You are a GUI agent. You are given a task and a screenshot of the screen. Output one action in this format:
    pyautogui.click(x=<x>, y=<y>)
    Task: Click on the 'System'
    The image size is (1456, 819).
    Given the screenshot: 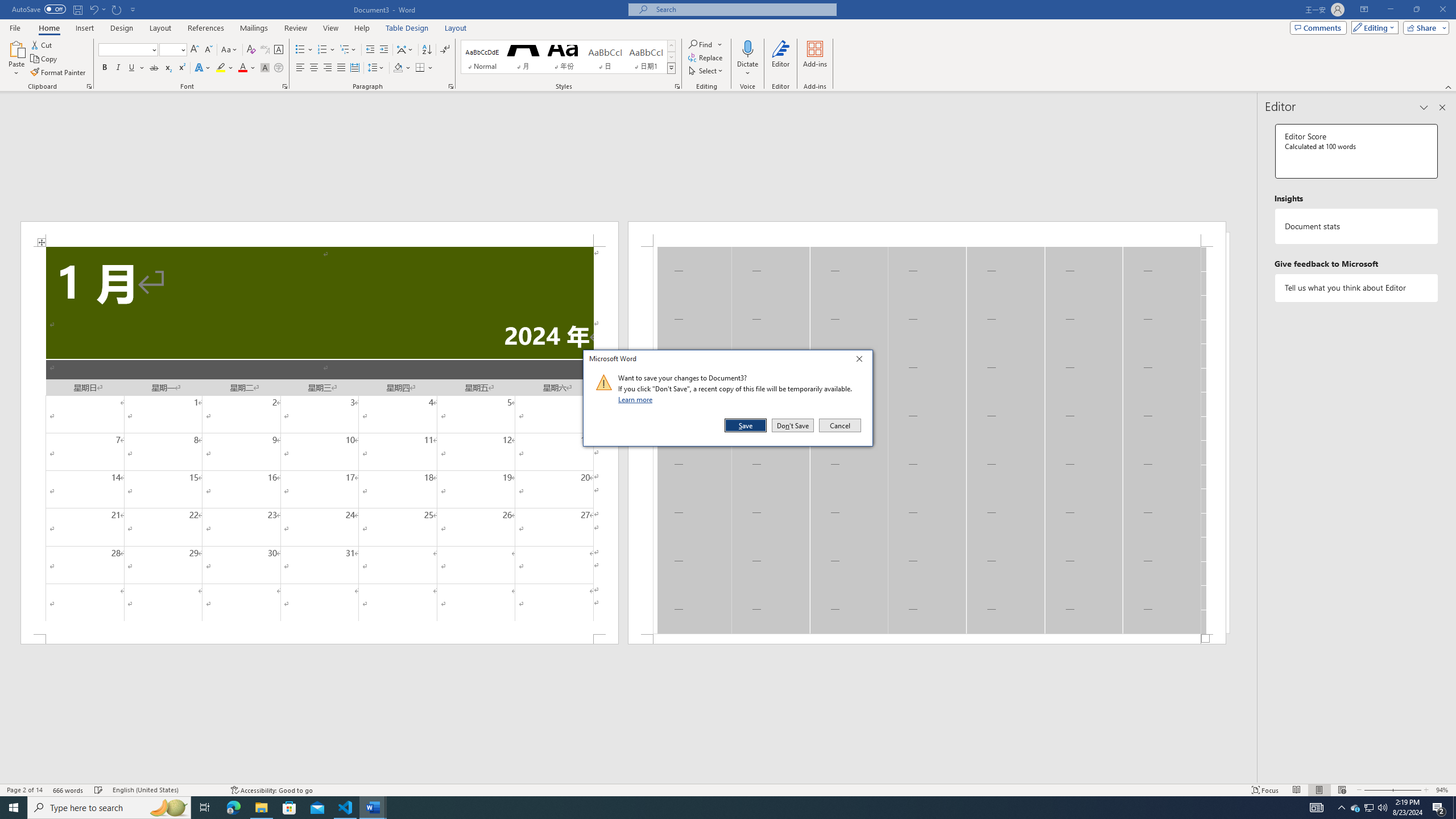 What is the action you would take?
    pyautogui.click(x=6, y=5)
    